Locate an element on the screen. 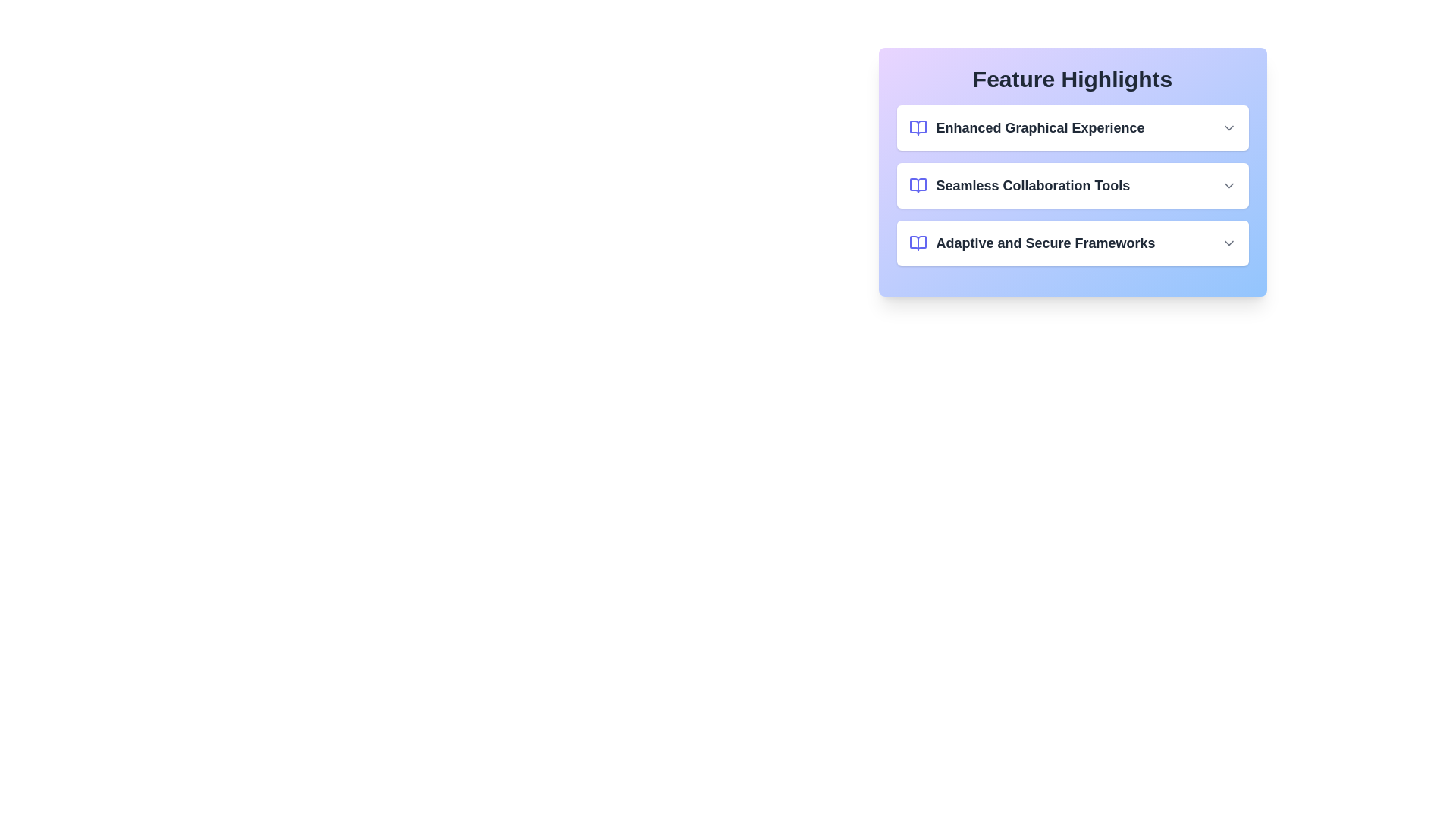 This screenshot has width=1456, height=819. the gray downward-facing chevron icon located on the right side of the row labeled 'Adaptive and Secure Frameworks' is located at coordinates (1228, 242).